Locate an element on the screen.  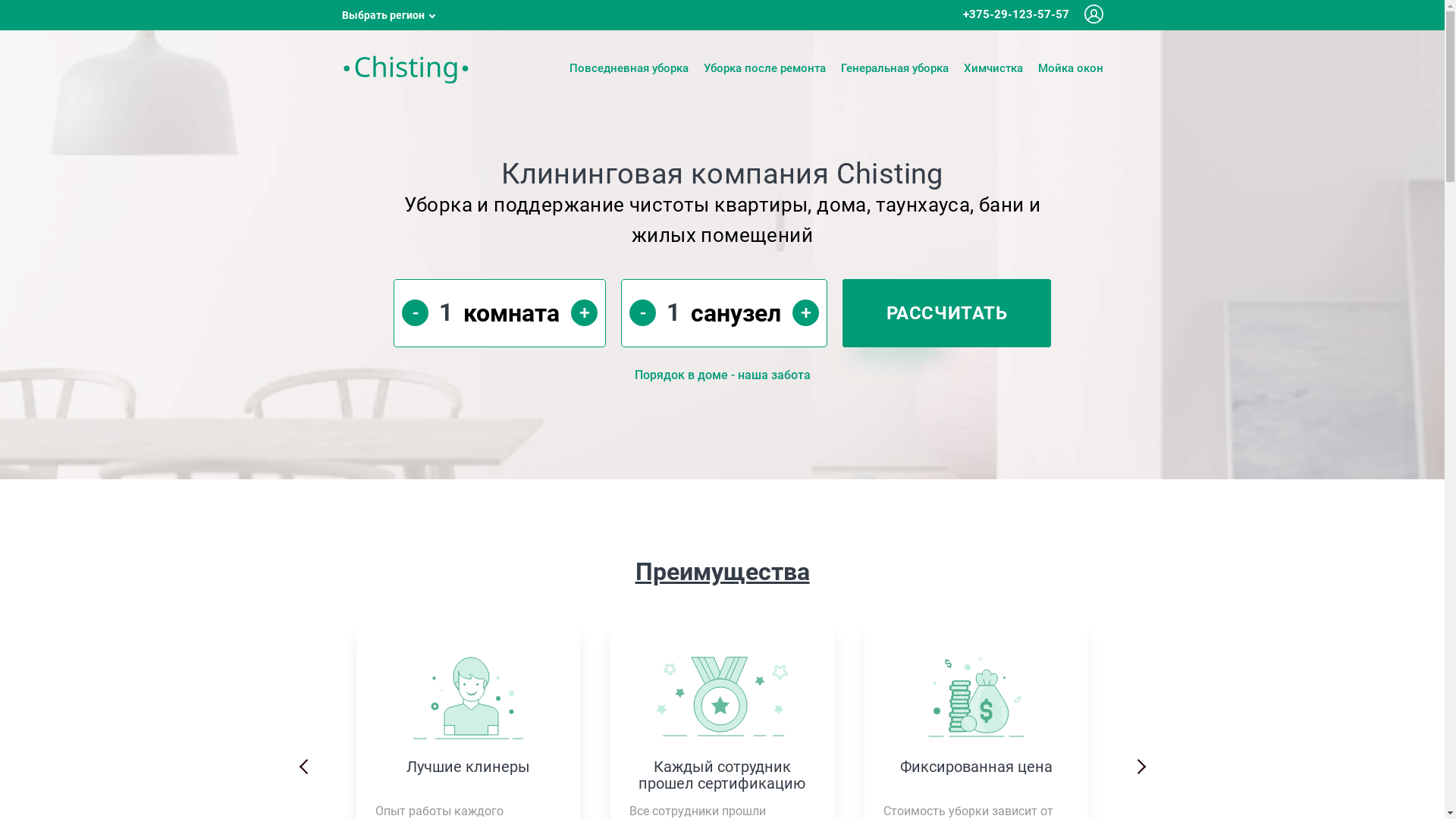
'+375-29-123-57-57' is located at coordinates (954, 14).